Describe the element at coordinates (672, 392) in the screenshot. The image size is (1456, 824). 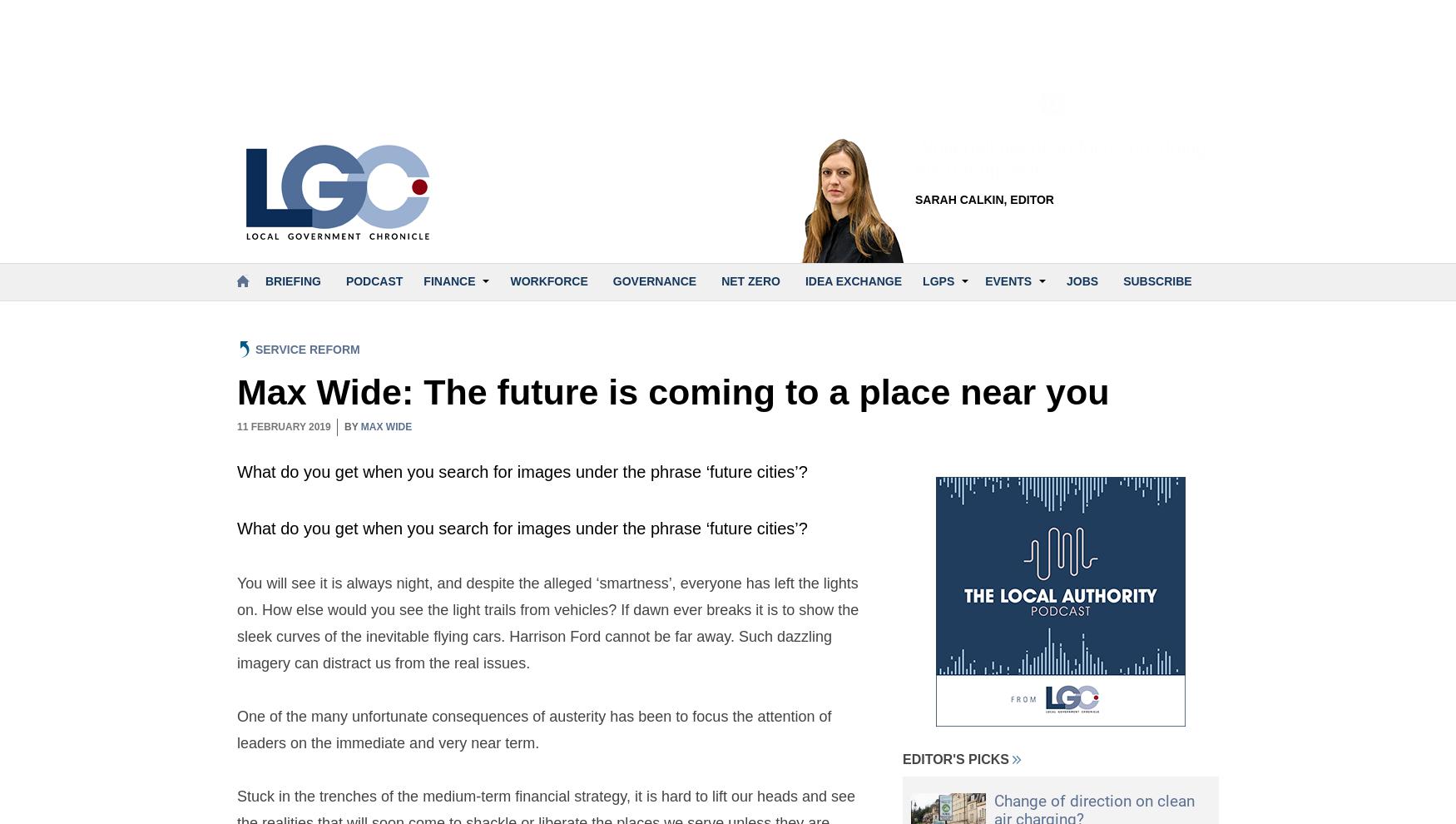
I see `'Max Wide: The future is coming to a place near you'` at that location.